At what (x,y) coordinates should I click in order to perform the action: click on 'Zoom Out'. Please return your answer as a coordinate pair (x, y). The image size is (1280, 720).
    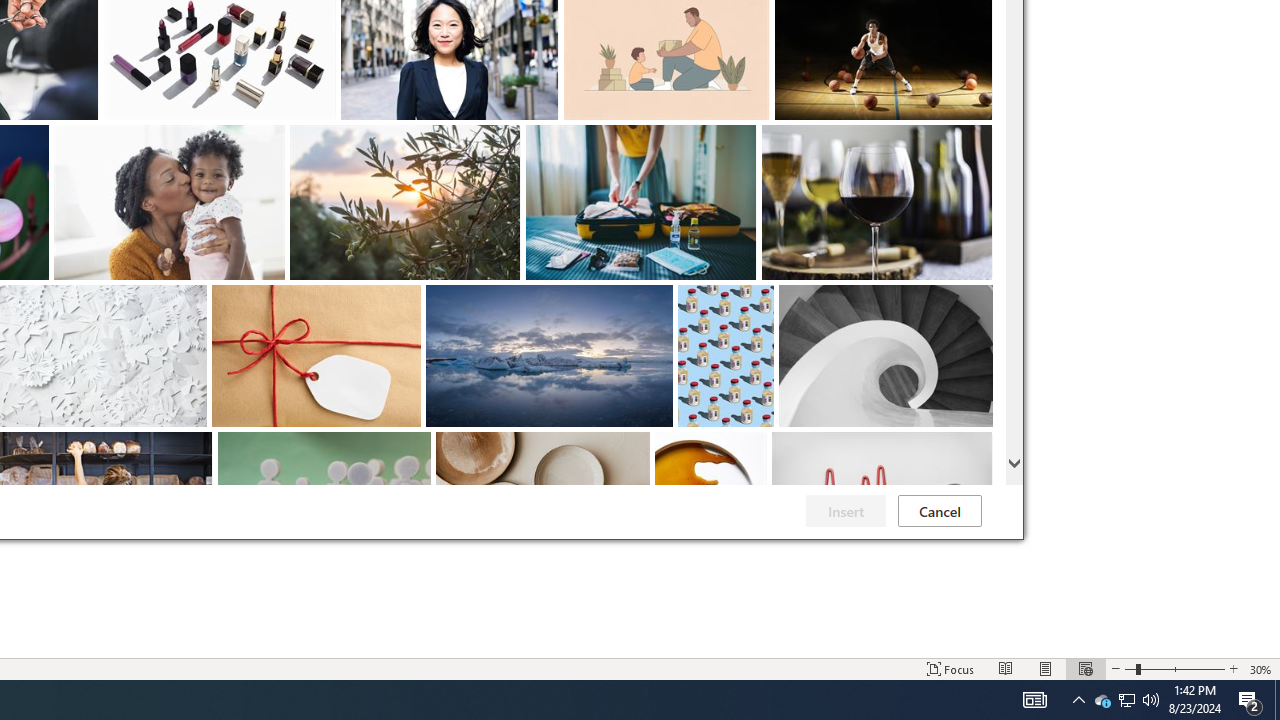
    Looking at the image, I should click on (1151, 698).